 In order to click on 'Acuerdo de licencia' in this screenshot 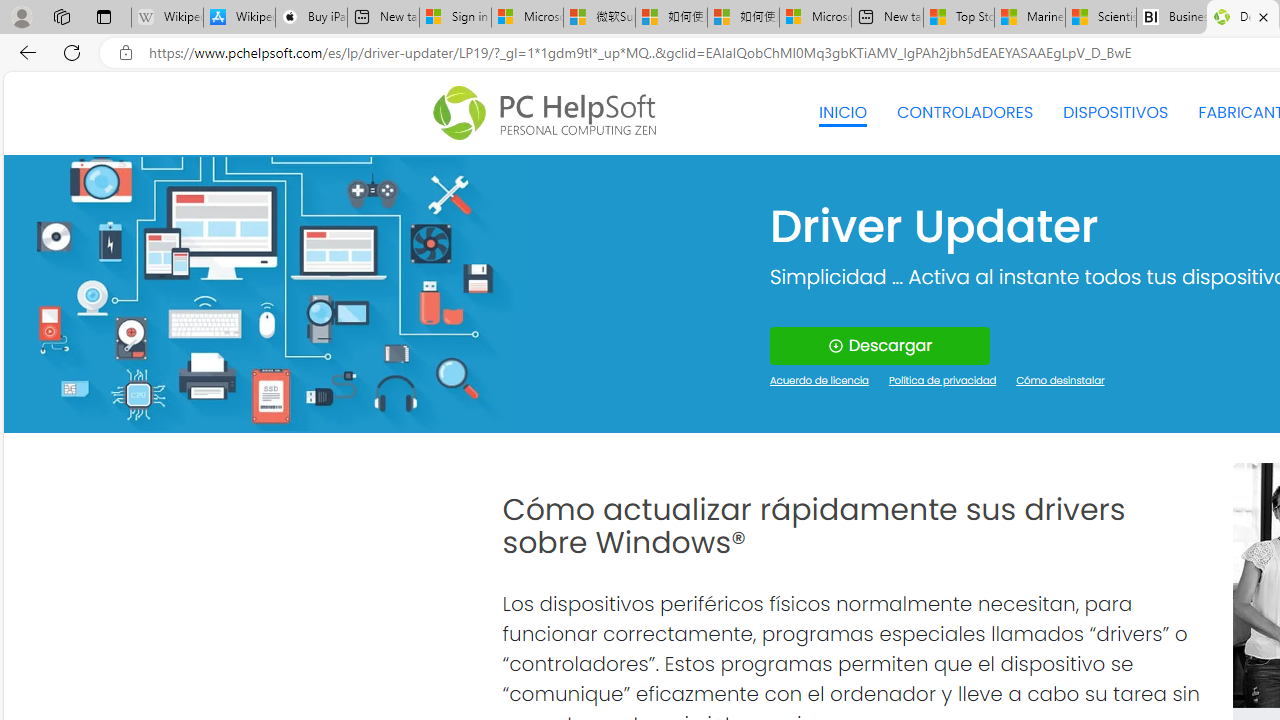, I will do `click(819, 381)`.